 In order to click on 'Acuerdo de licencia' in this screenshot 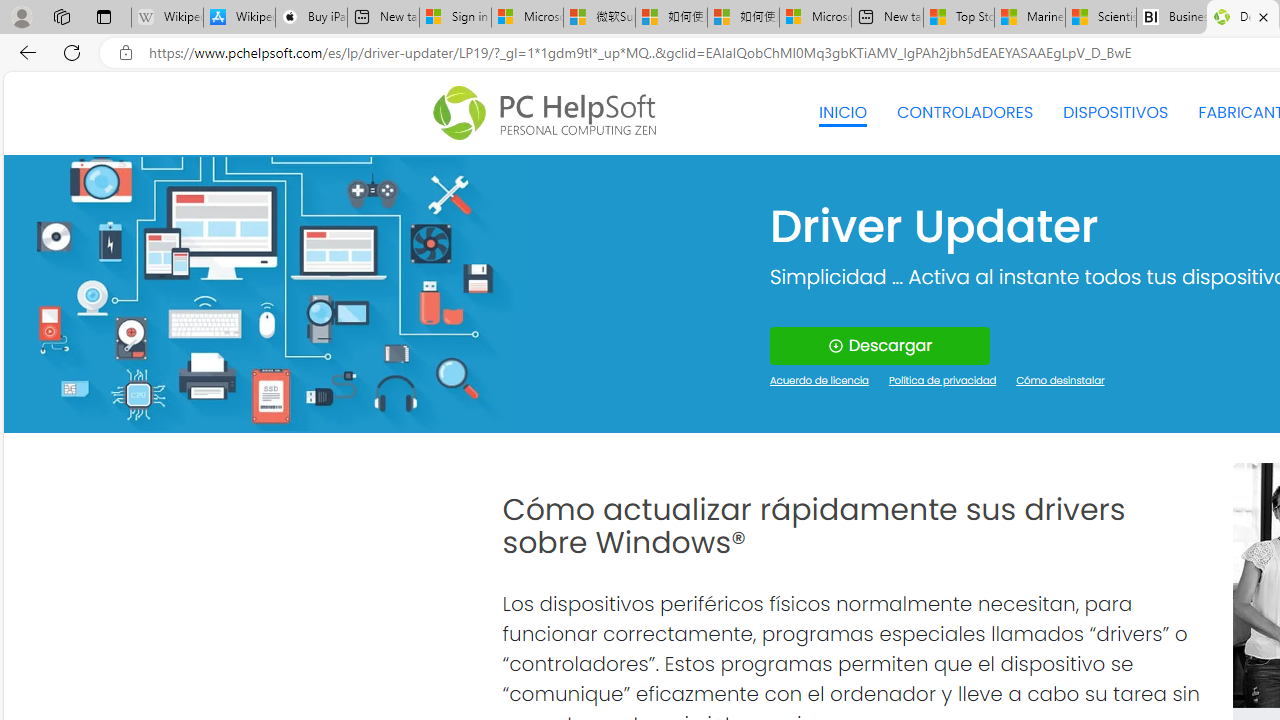, I will do `click(819, 381)`.